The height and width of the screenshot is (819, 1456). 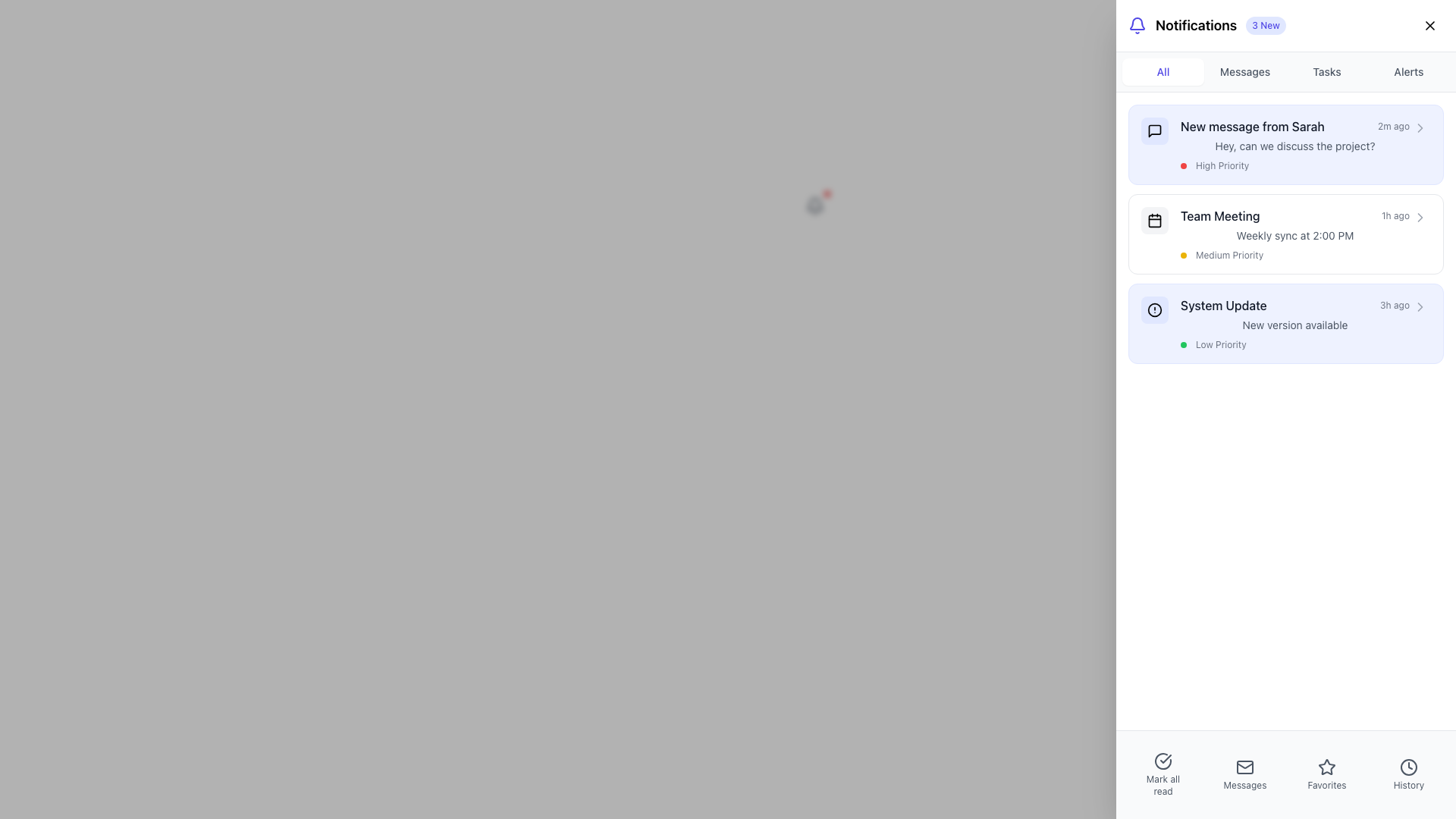 I want to click on the text label that indicates the time elapsed since the notification was received, positioned in the upper-right corner of the notification block next to 'New message from Sarah', so click(x=1394, y=125).